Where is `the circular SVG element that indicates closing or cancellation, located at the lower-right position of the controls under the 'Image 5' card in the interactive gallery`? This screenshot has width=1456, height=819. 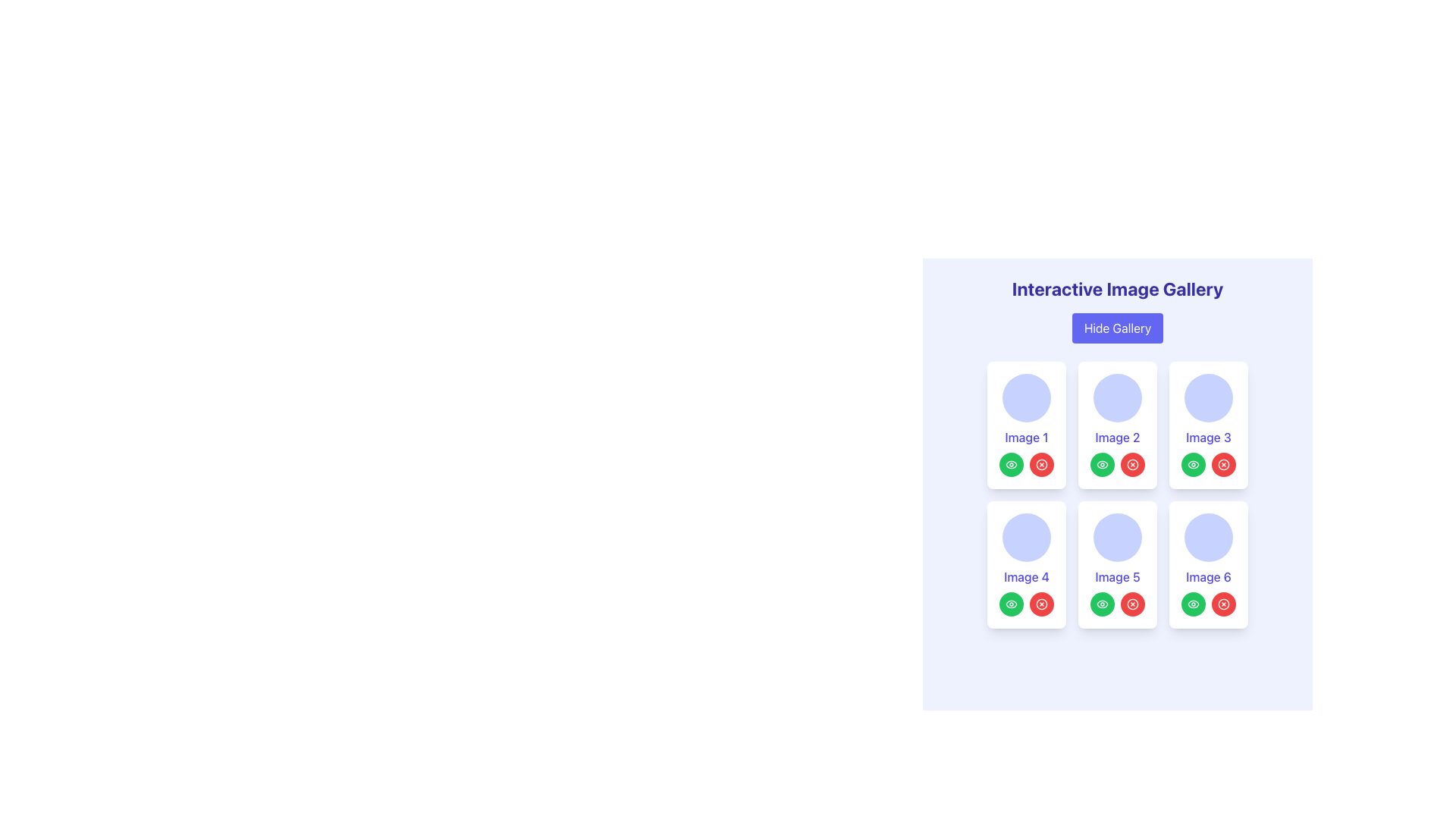 the circular SVG element that indicates closing or cancellation, located at the lower-right position of the controls under the 'Image 5' card in the interactive gallery is located at coordinates (1132, 604).